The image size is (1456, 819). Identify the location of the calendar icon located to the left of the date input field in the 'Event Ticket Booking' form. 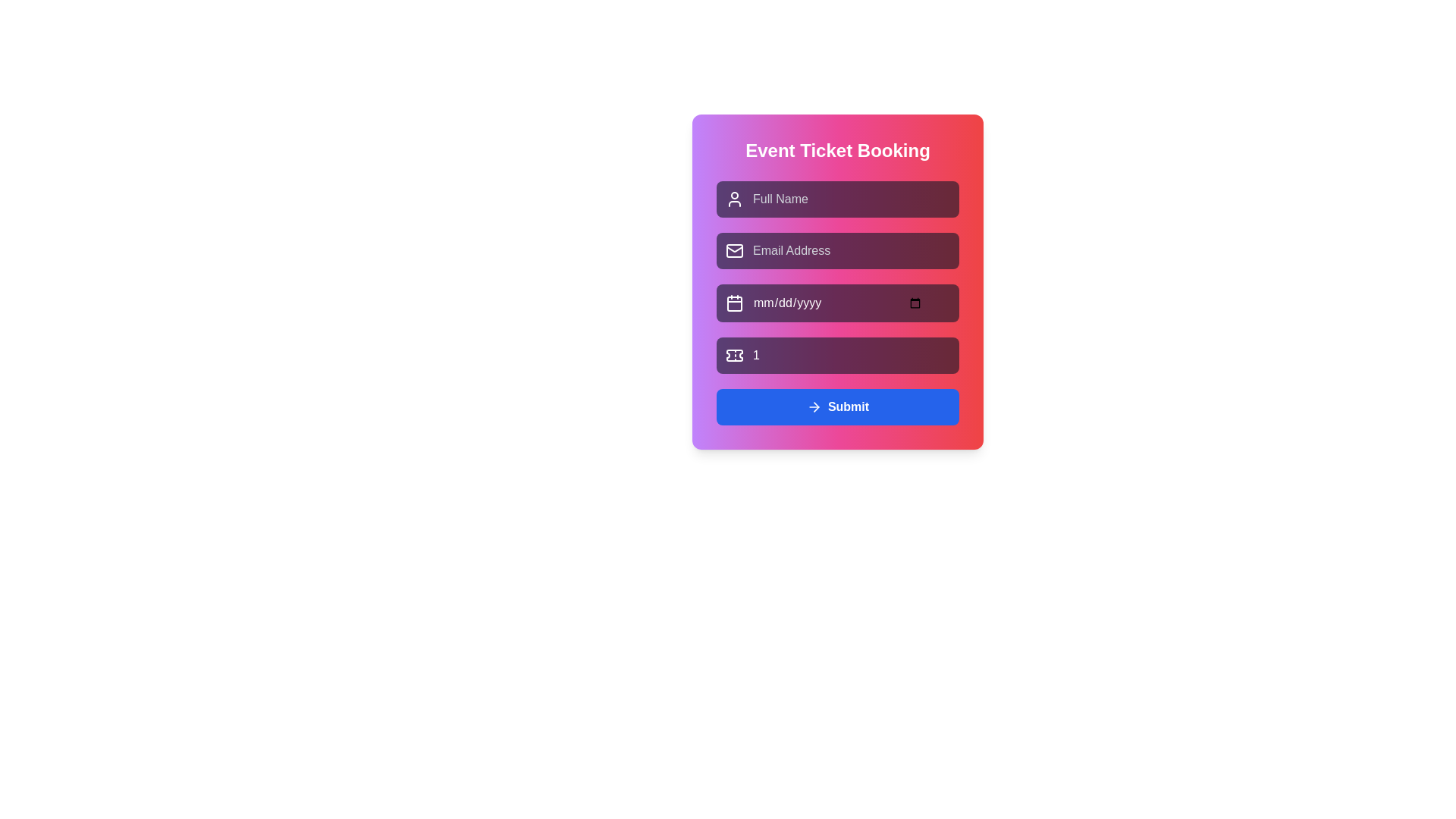
(735, 304).